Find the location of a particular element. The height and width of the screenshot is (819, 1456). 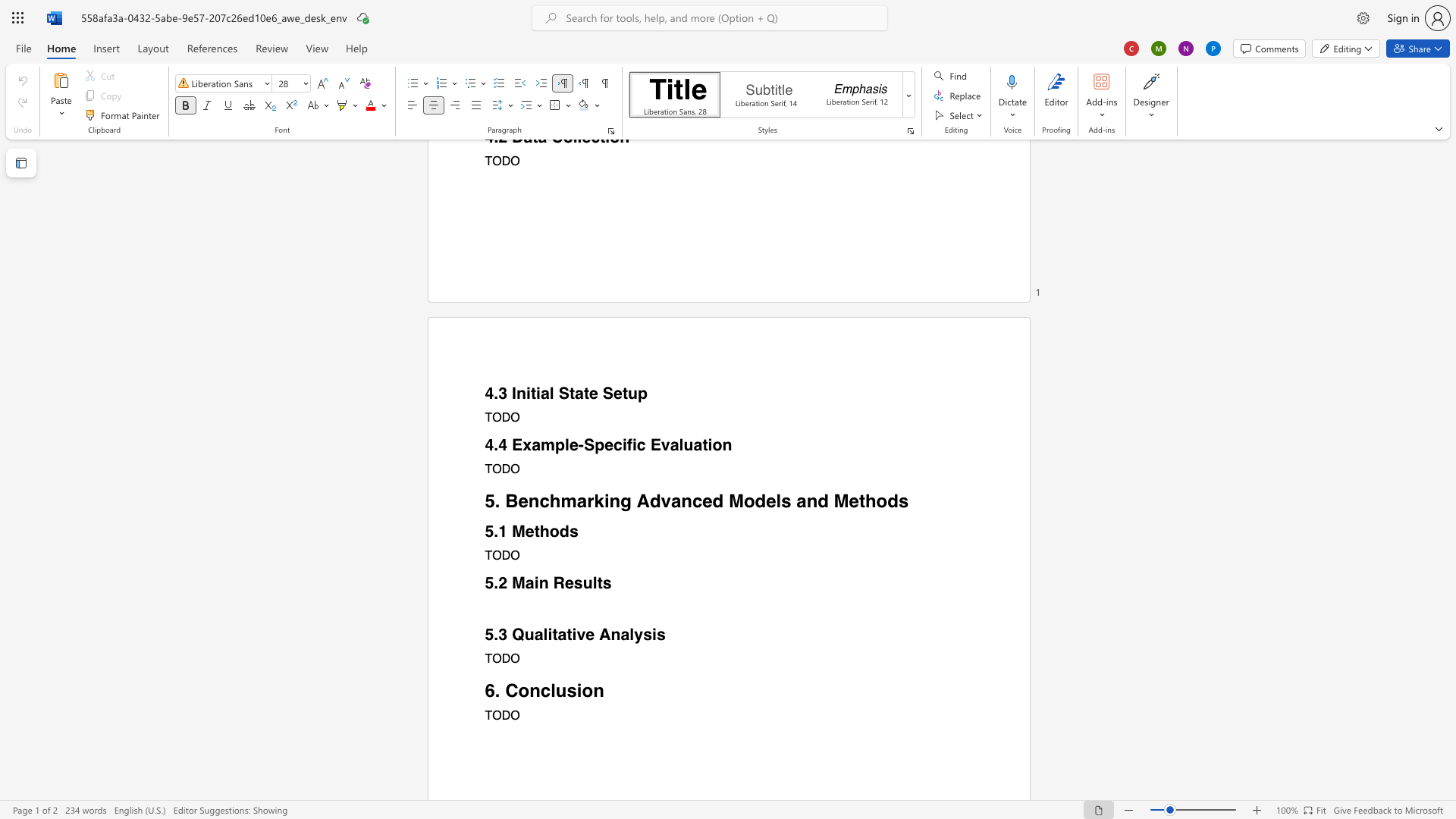

the subset text "ethod" within the text "5. Benchmarking Advanced Models and Methods" is located at coordinates (848, 500).